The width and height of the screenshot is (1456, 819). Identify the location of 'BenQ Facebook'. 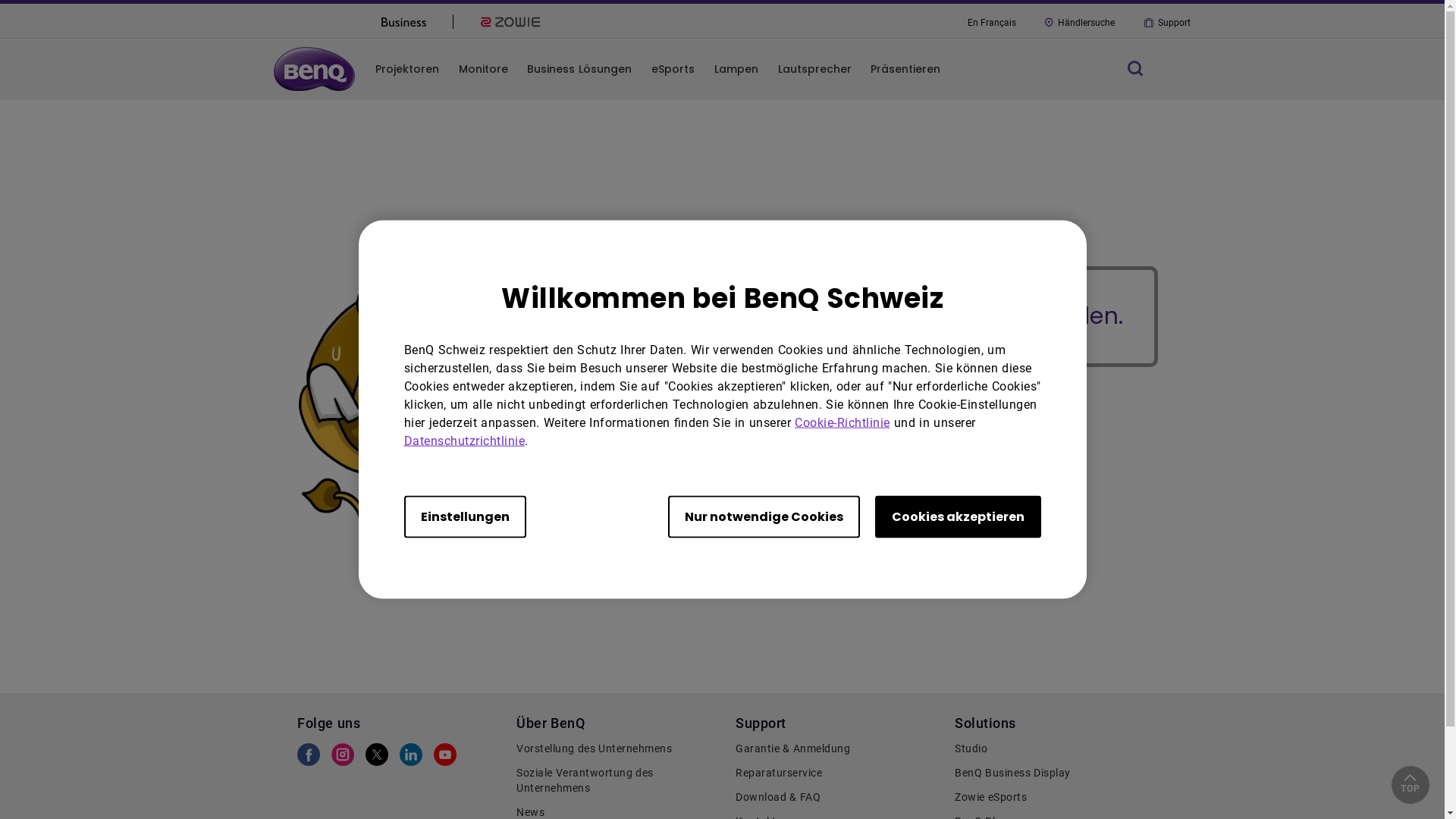
(308, 758).